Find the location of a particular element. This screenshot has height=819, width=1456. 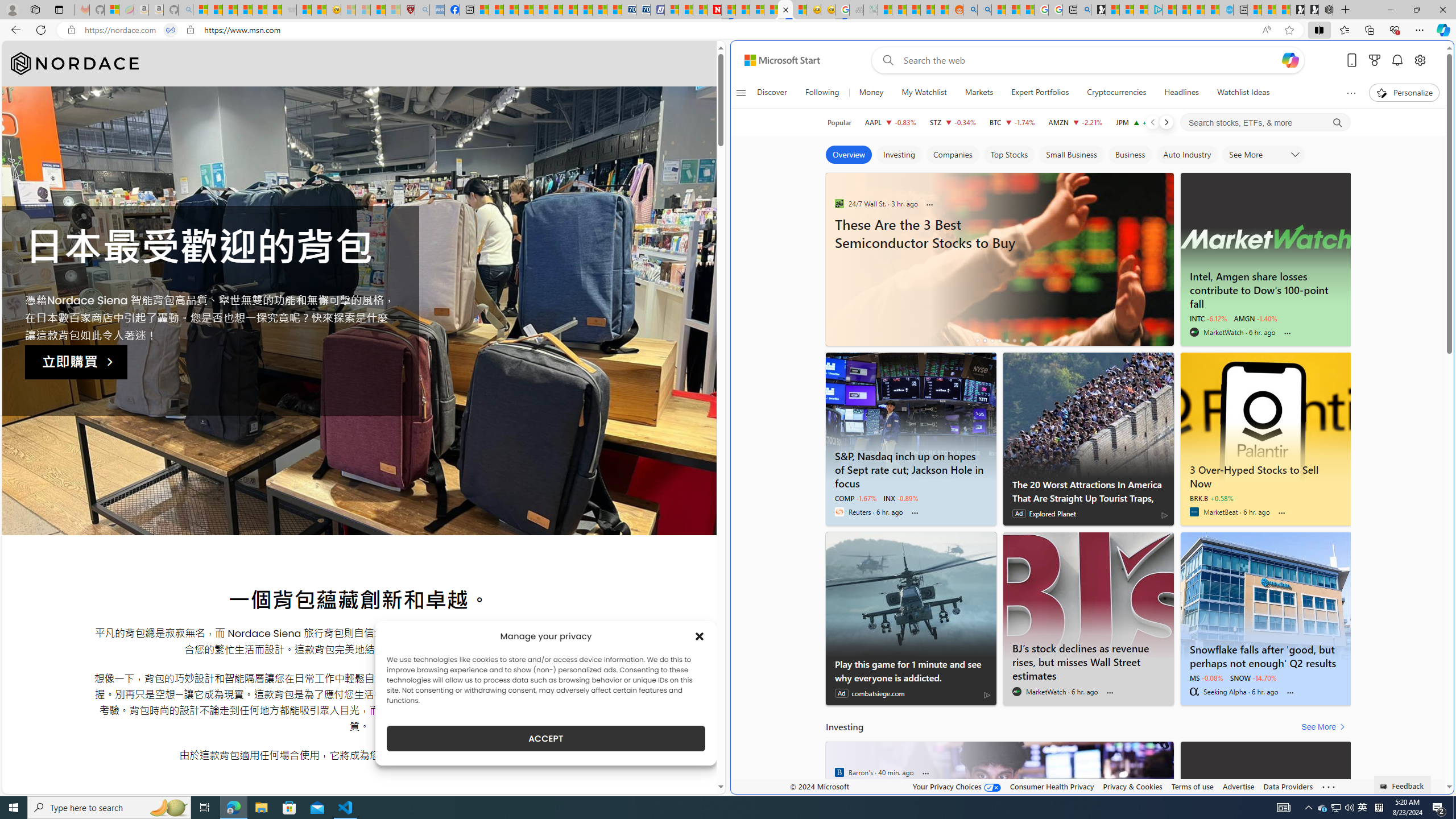

'My Watchlist' is located at coordinates (924, 92).